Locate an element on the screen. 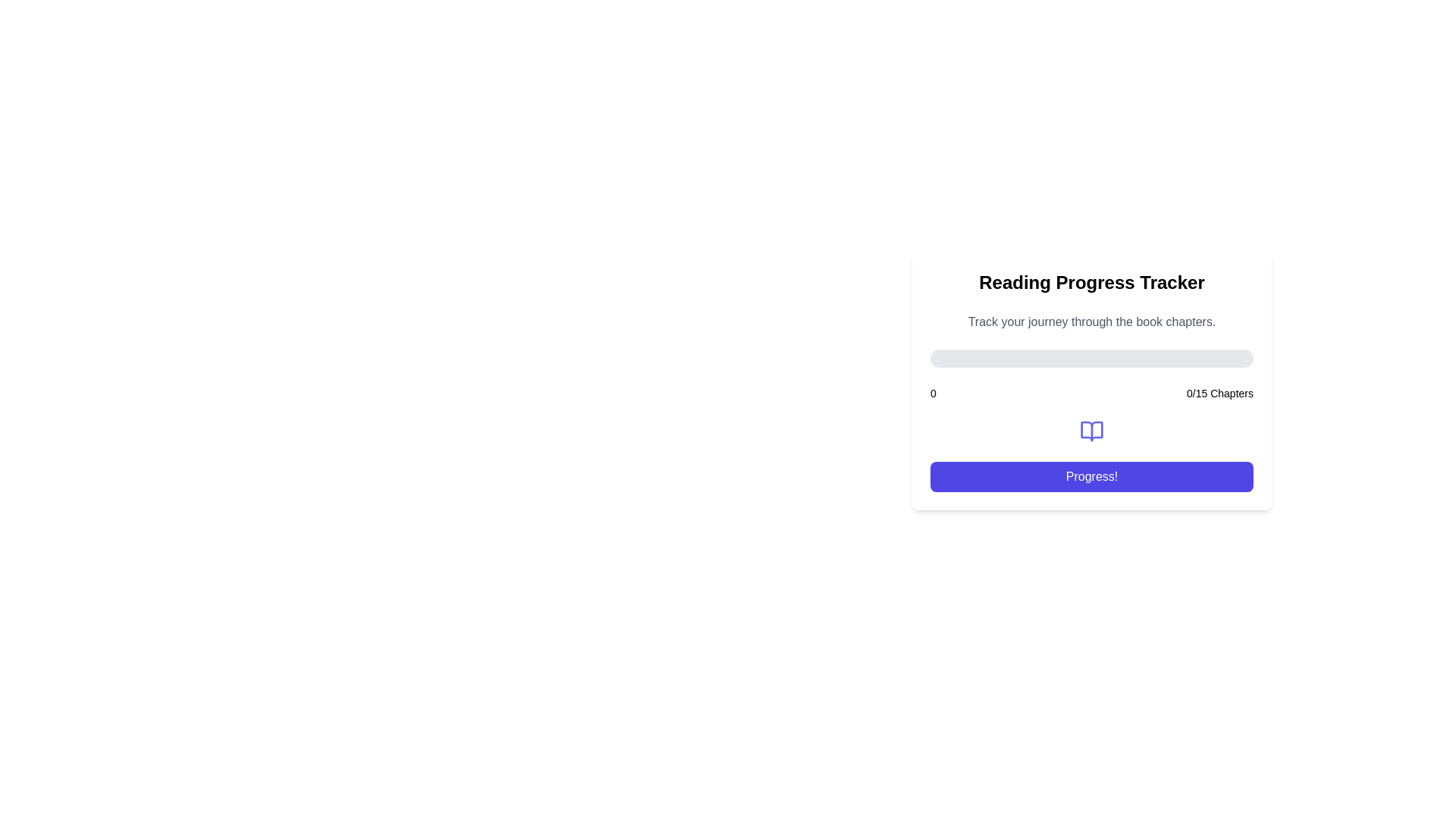 The height and width of the screenshot is (819, 1456). the progress Text Label displaying '0 out of 15' located at the bottom right of the card interface is located at coordinates (1219, 393).